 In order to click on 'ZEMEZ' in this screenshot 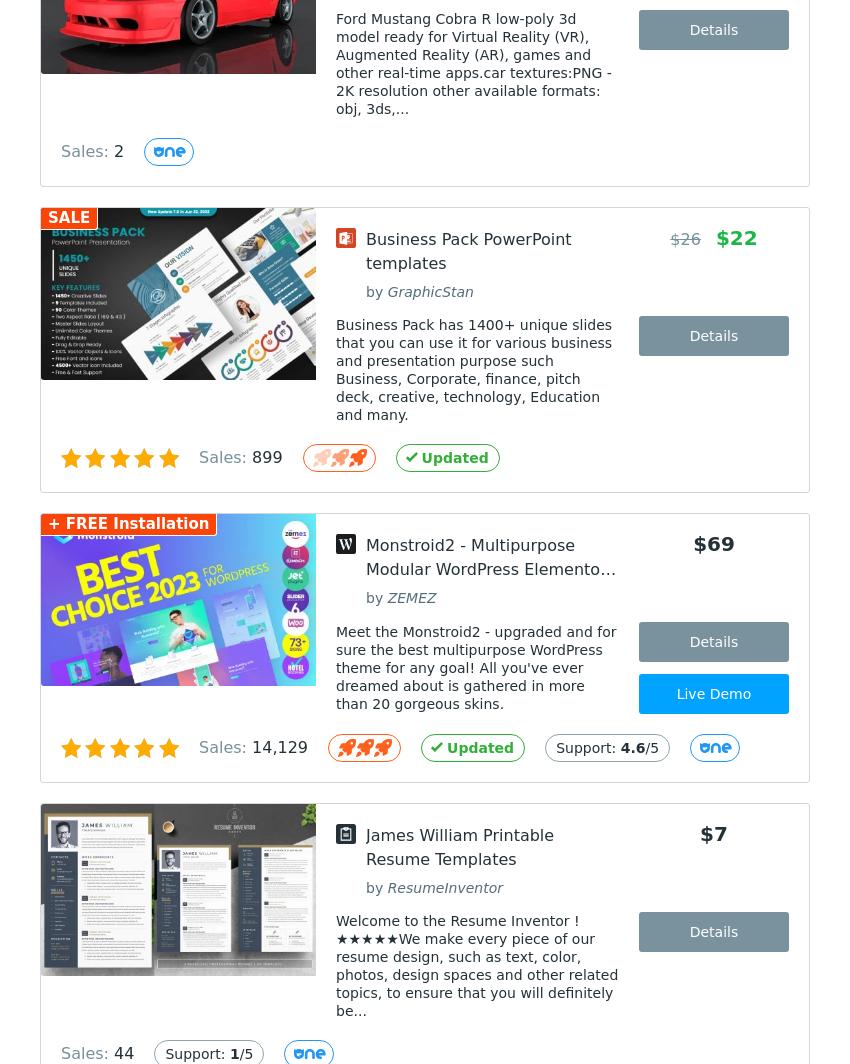, I will do `click(411, 597)`.